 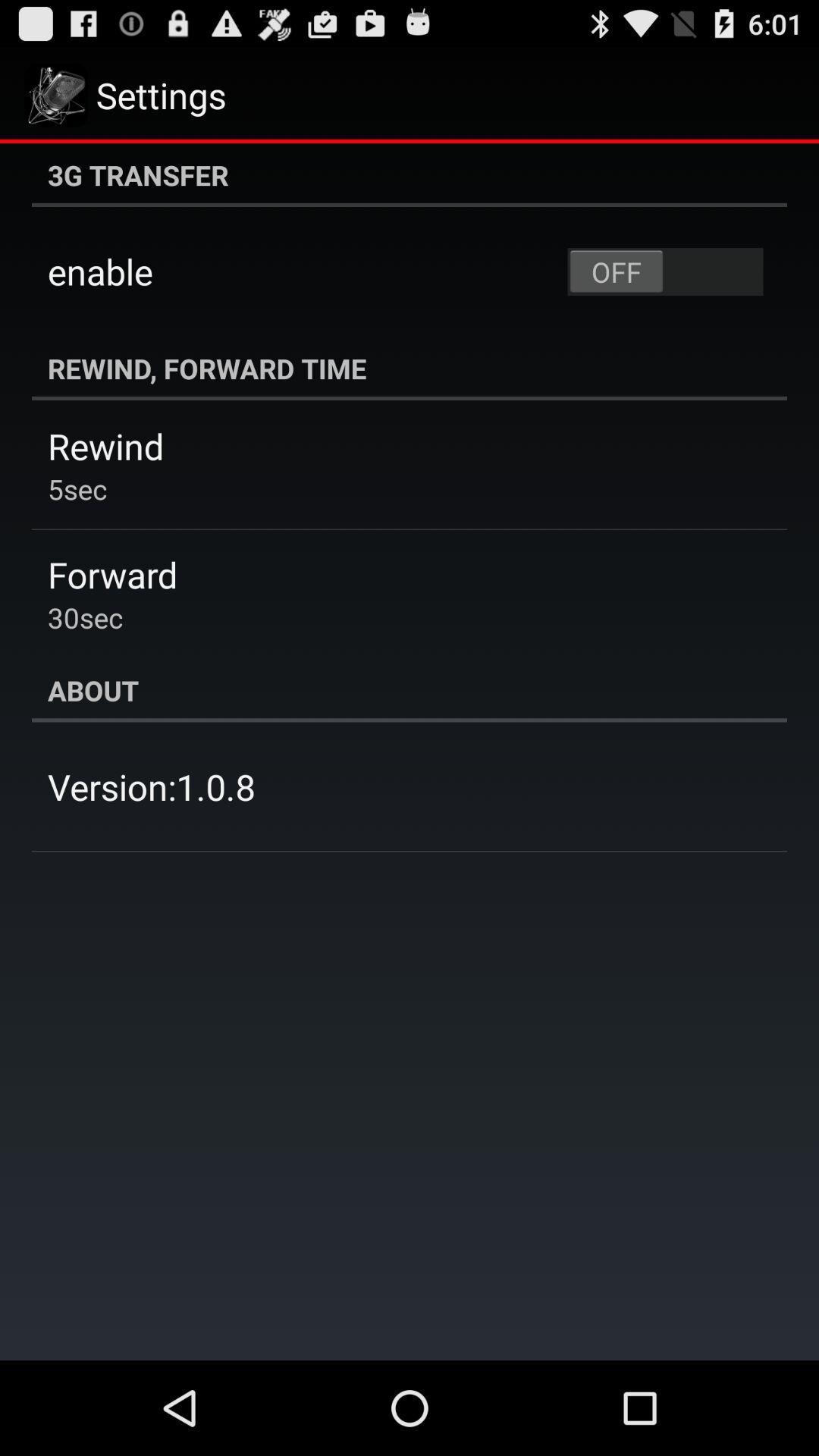 What do you see at coordinates (77, 488) in the screenshot?
I see `the item above forward icon` at bounding box center [77, 488].